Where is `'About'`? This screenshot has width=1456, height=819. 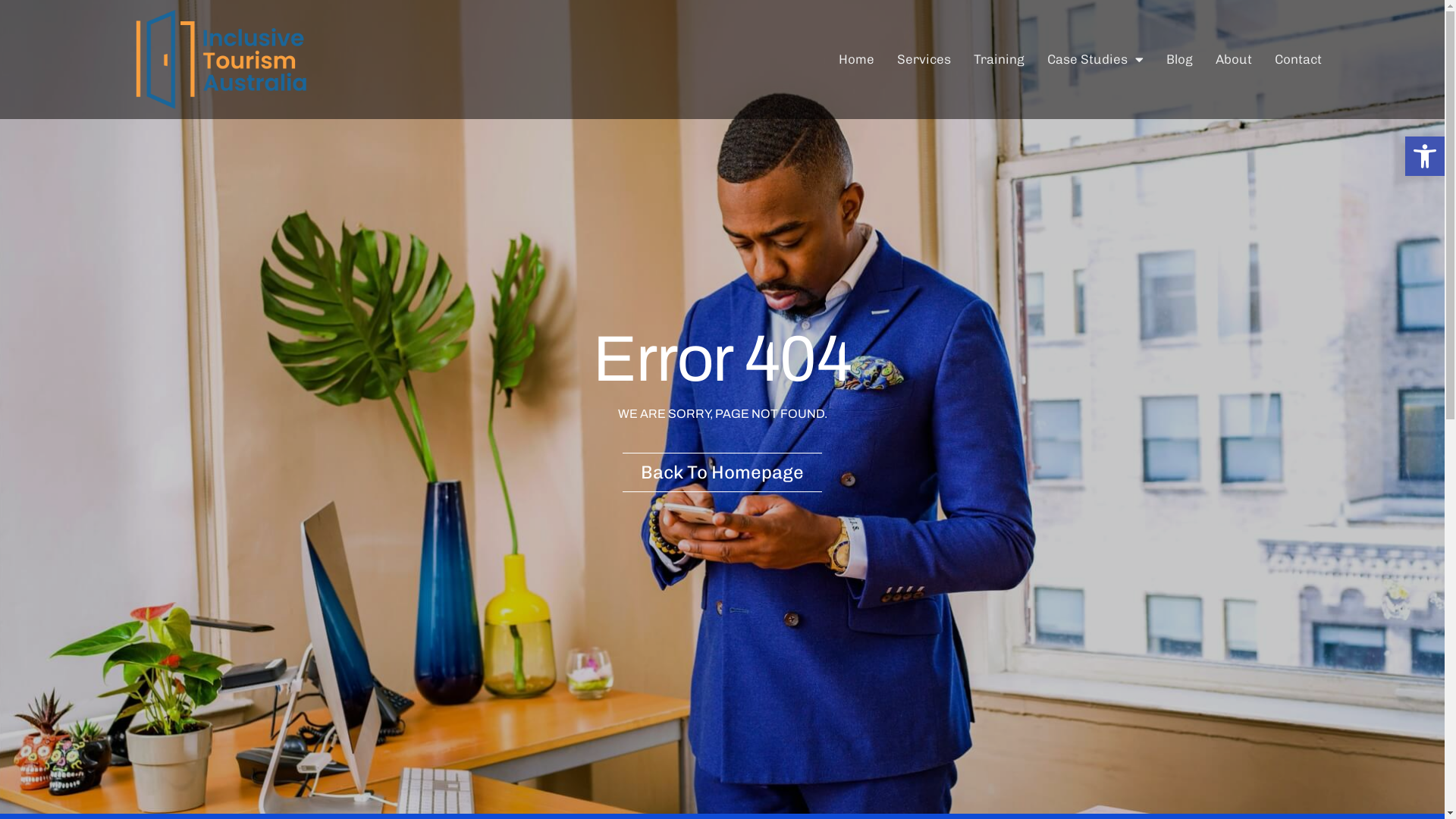
'About' is located at coordinates (1233, 58).